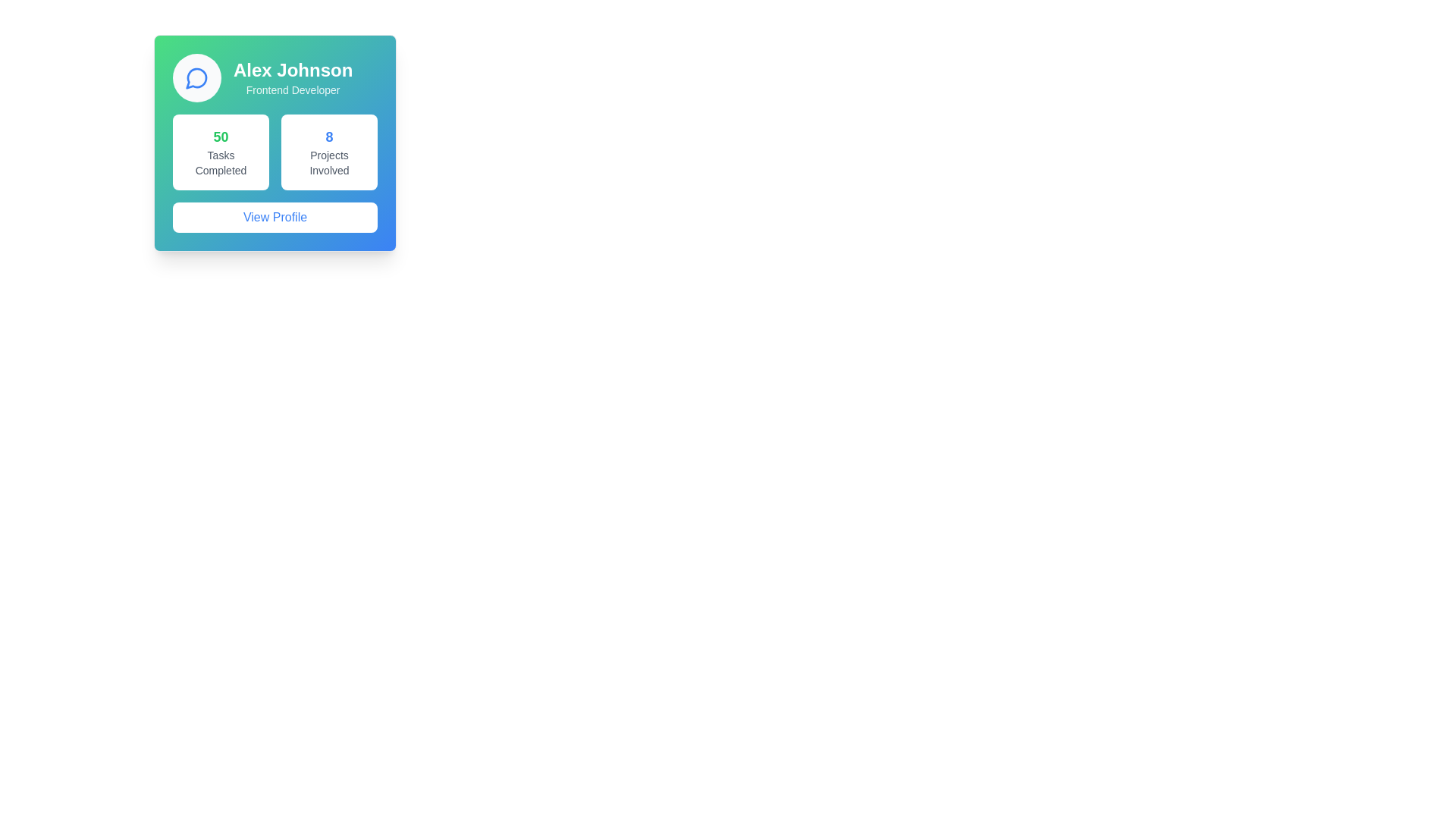 The height and width of the screenshot is (819, 1456). I want to click on the Text Display that shows the user's name 'Alex Johnson' and their role 'Frontend Developer', located in the top-left corner of the user profile card, so click(293, 78).